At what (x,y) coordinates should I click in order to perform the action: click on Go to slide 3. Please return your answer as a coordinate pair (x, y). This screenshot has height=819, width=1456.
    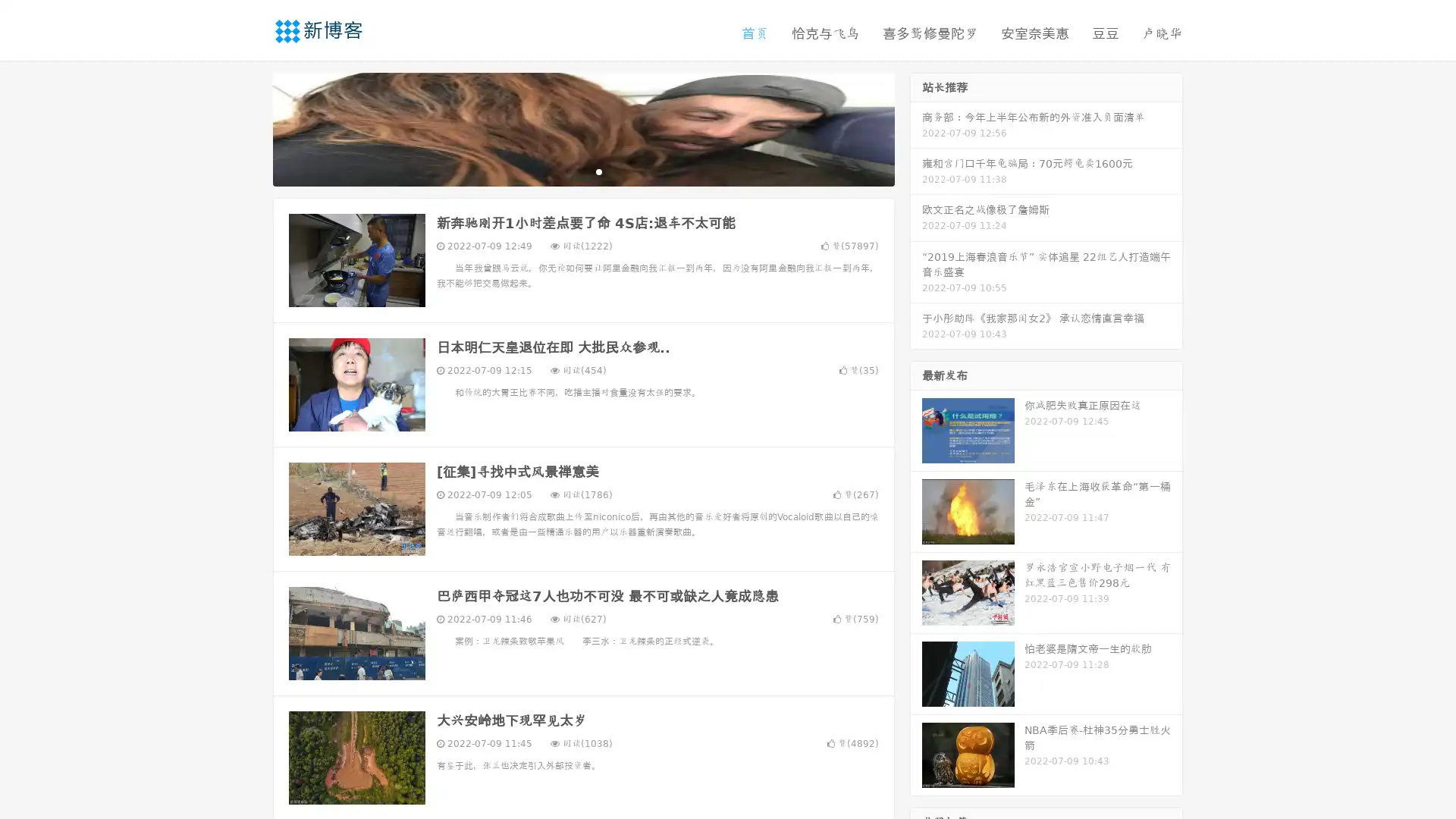
    Looking at the image, I should click on (598, 171).